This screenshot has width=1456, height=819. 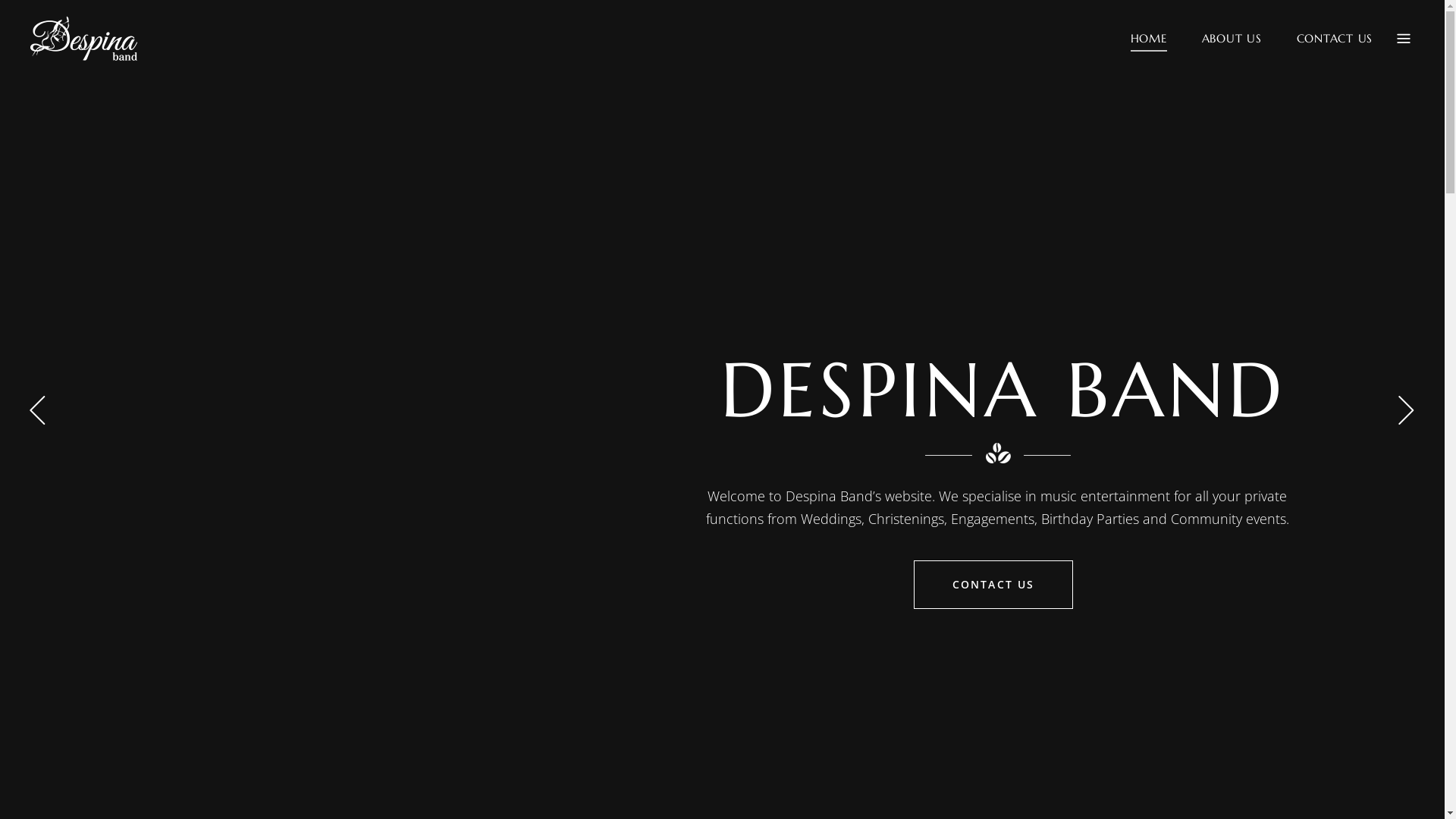 What do you see at coordinates (1149, 37) in the screenshot?
I see `'HOME'` at bounding box center [1149, 37].